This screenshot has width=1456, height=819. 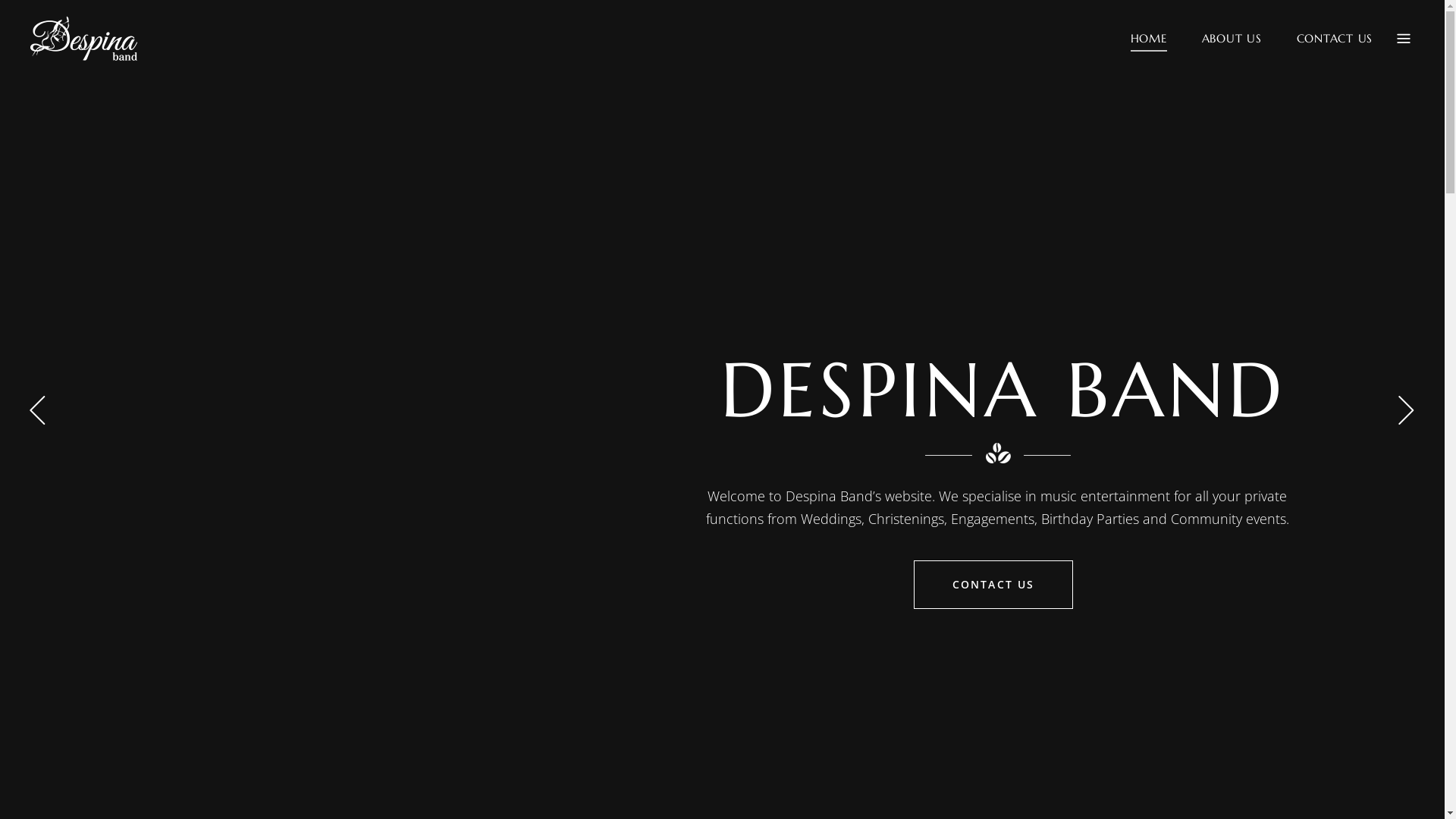 What do you see at coordinates (1149, 37) in the screenshot?
I see `'HOME'` at bounding box center [1149, 37].